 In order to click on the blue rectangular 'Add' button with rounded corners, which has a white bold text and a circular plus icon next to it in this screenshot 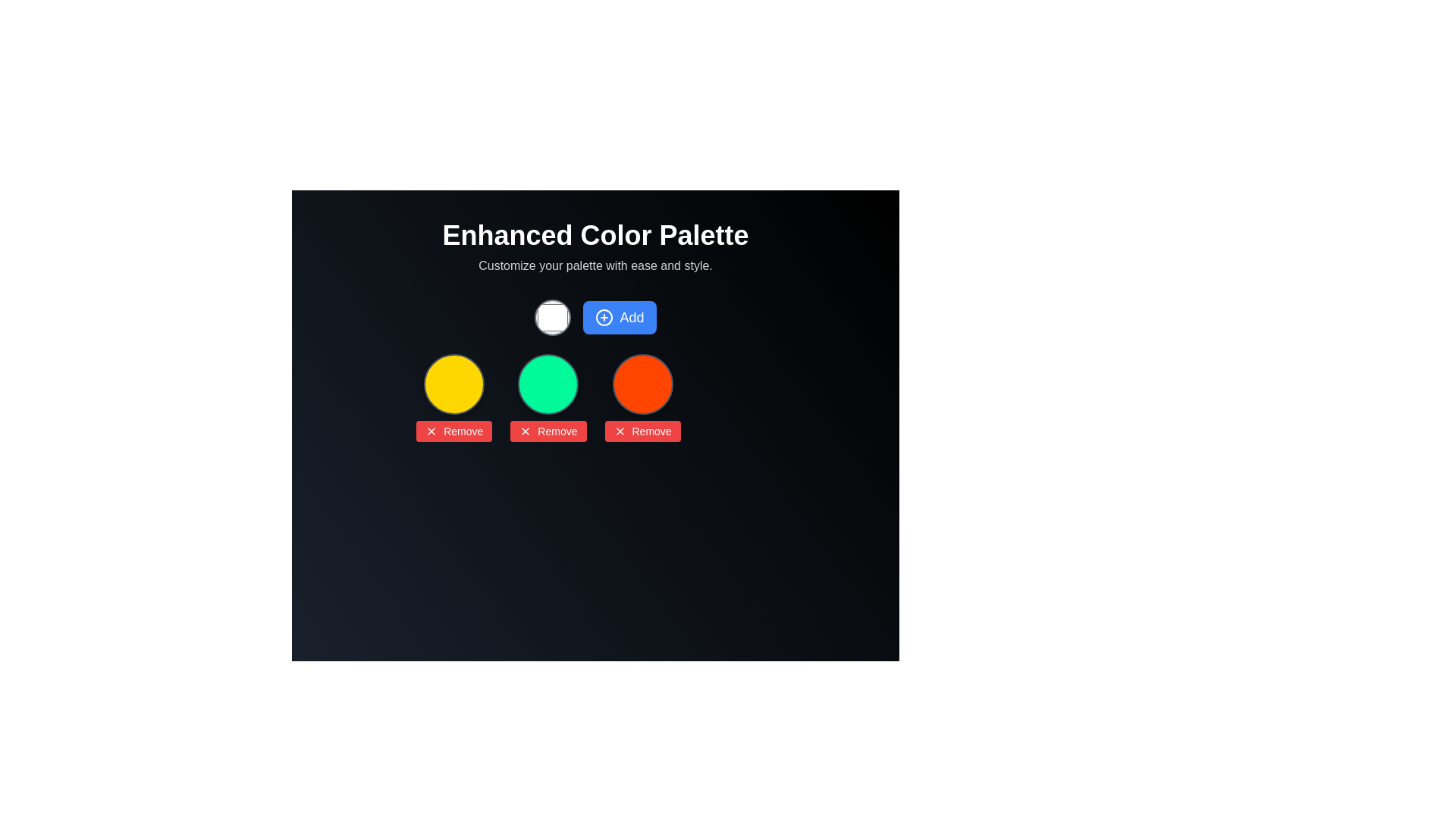, I will do `click(620, 317)`.